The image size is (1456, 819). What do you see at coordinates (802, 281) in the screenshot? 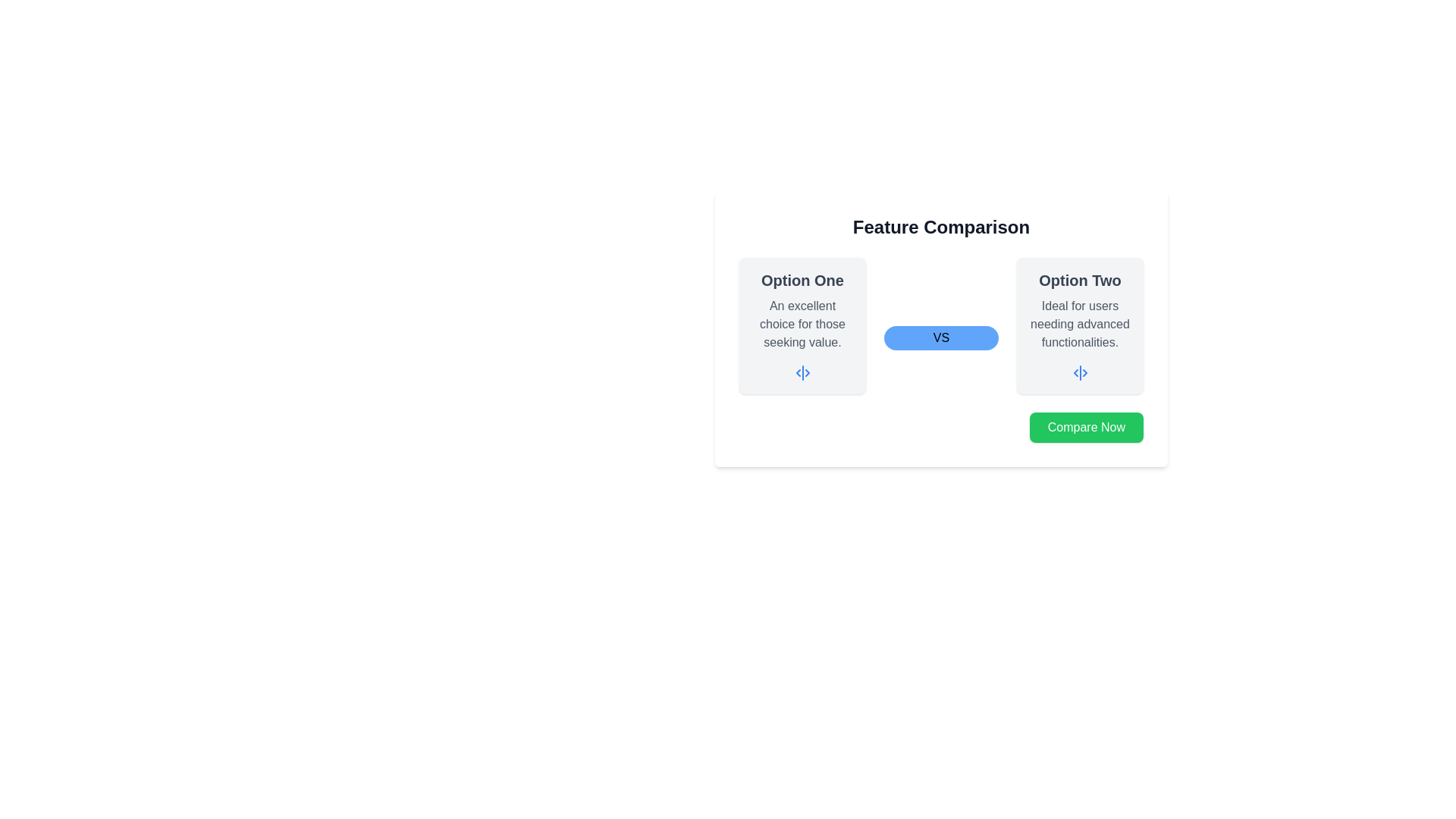
I see `text from the Text Label that displays 'Option One' in large, bold, and dark gray font, positioned at the top of a card in the comparison section` at bounding box center [802, 281].